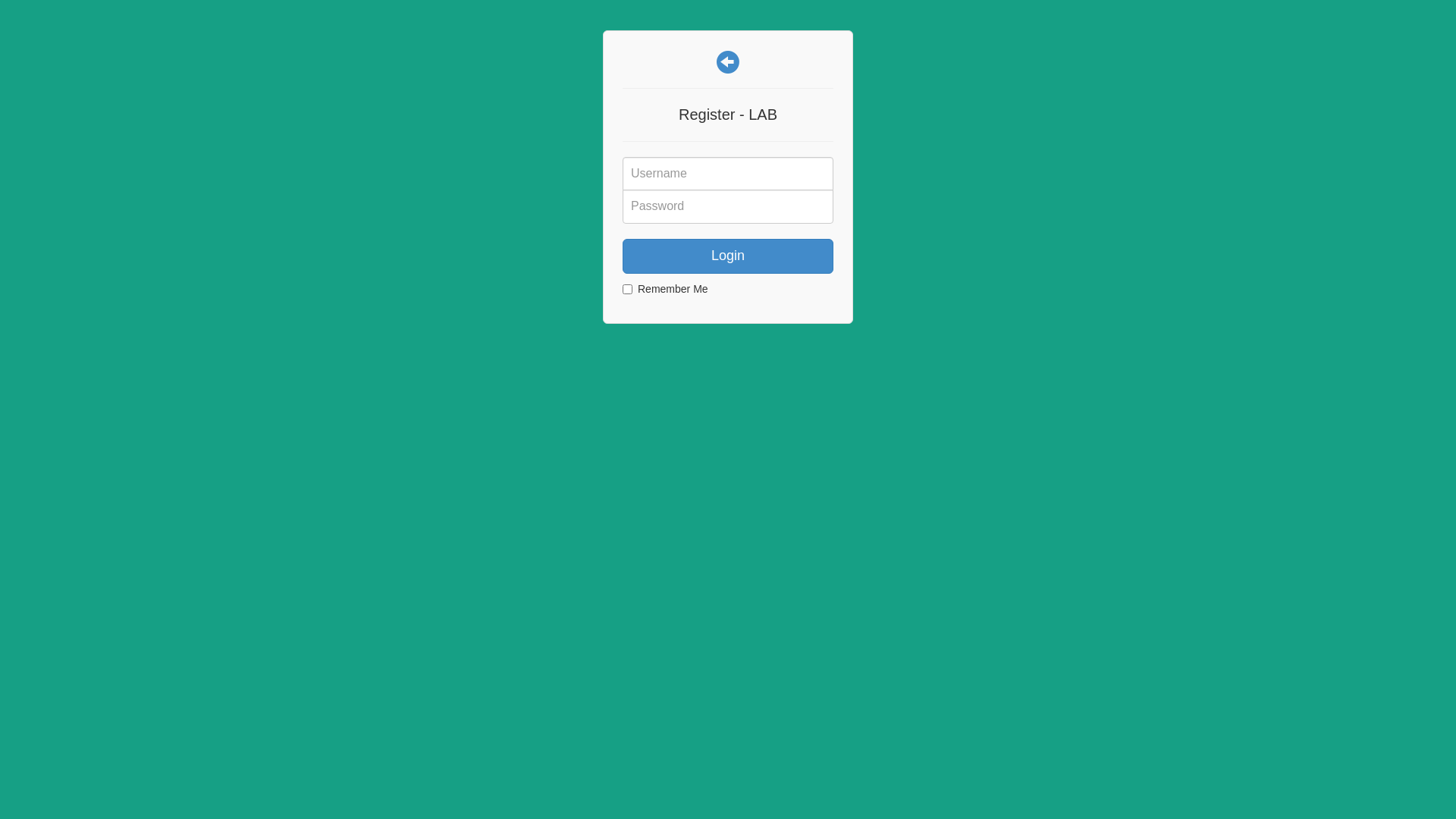 Image resolution: width=1456 pixels, height=819 pixels. What do you see at coordinates (728, 256) in the screenshot?
I see `'Login'` at bounding box center [728, 256].